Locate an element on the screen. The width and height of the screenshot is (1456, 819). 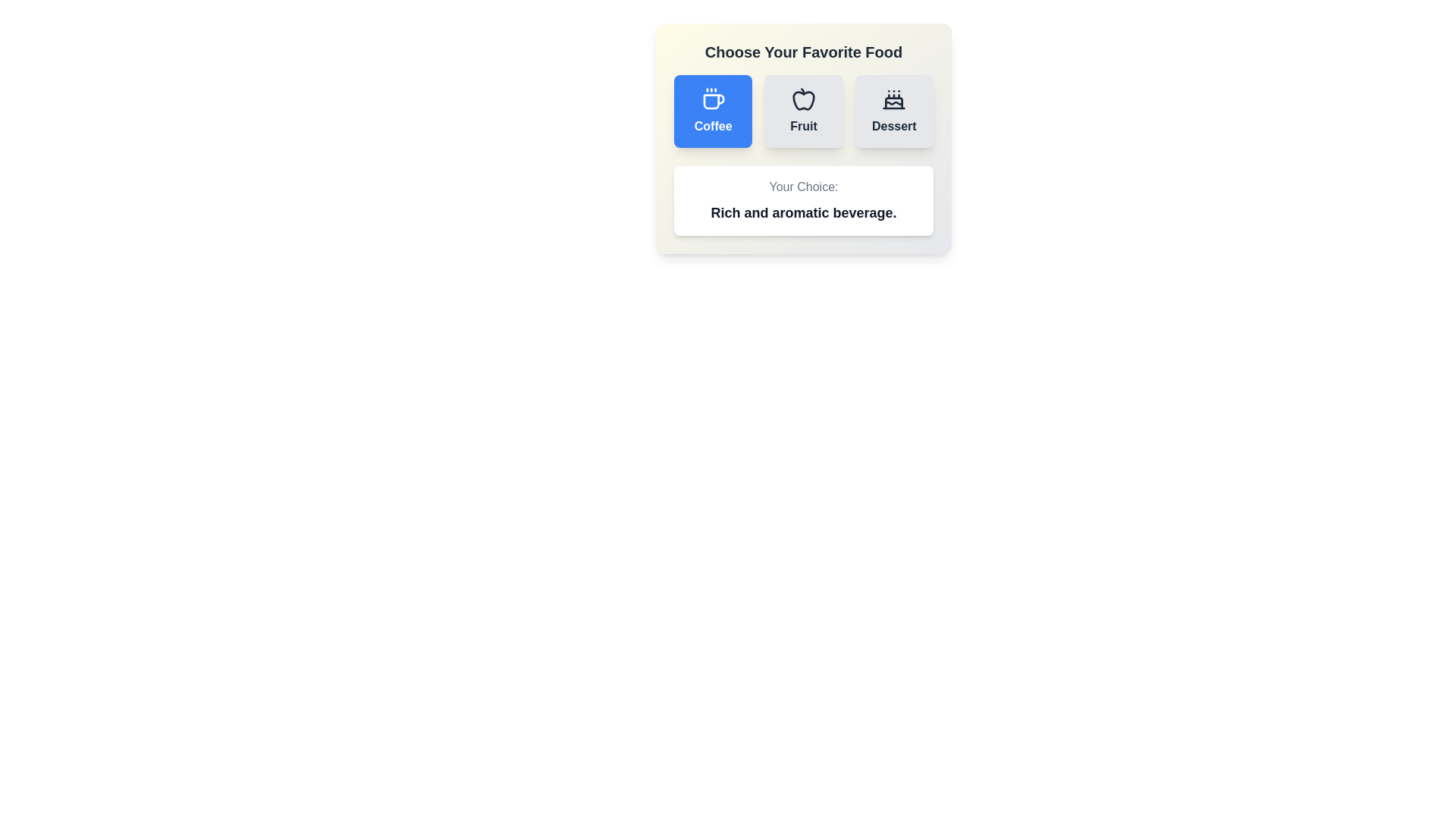
the food option Coffee is located at coordinates (712, 110).